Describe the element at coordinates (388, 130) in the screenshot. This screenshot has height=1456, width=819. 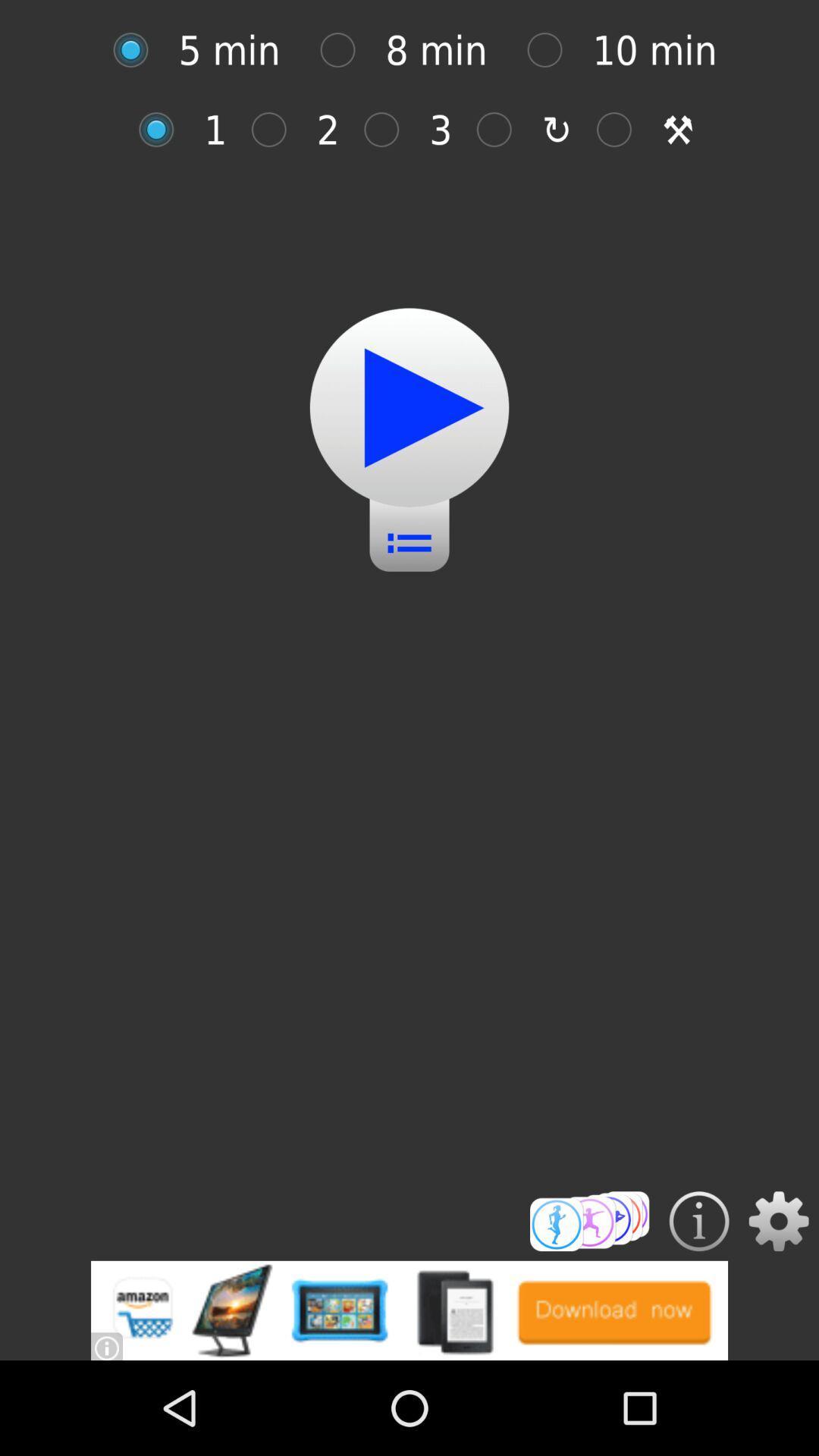
I see `radio button after 2` at that location.